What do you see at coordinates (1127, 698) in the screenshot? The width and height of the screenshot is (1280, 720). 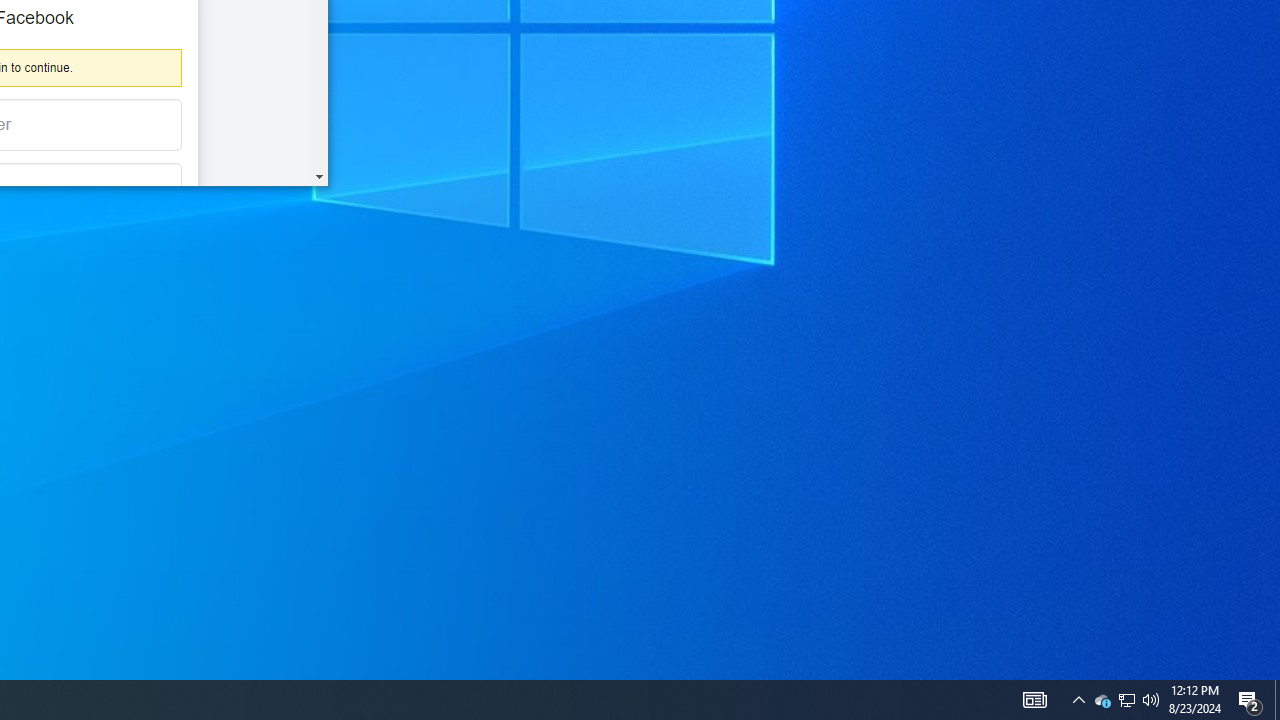 I see `'Notification Chevron'` at bounding box center [1127, 698].